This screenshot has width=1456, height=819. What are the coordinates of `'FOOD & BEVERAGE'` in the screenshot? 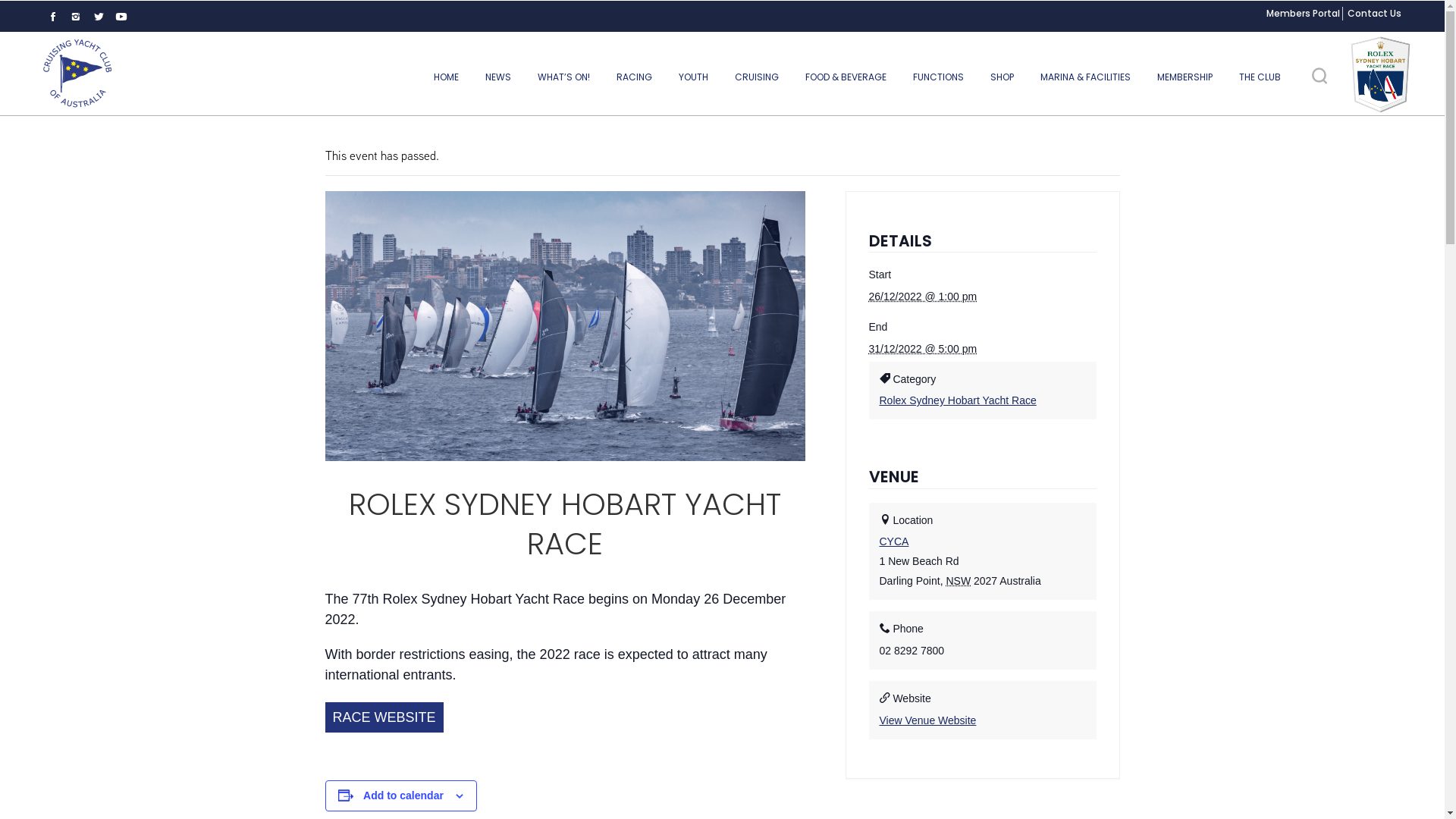 It's located at (845, 77).